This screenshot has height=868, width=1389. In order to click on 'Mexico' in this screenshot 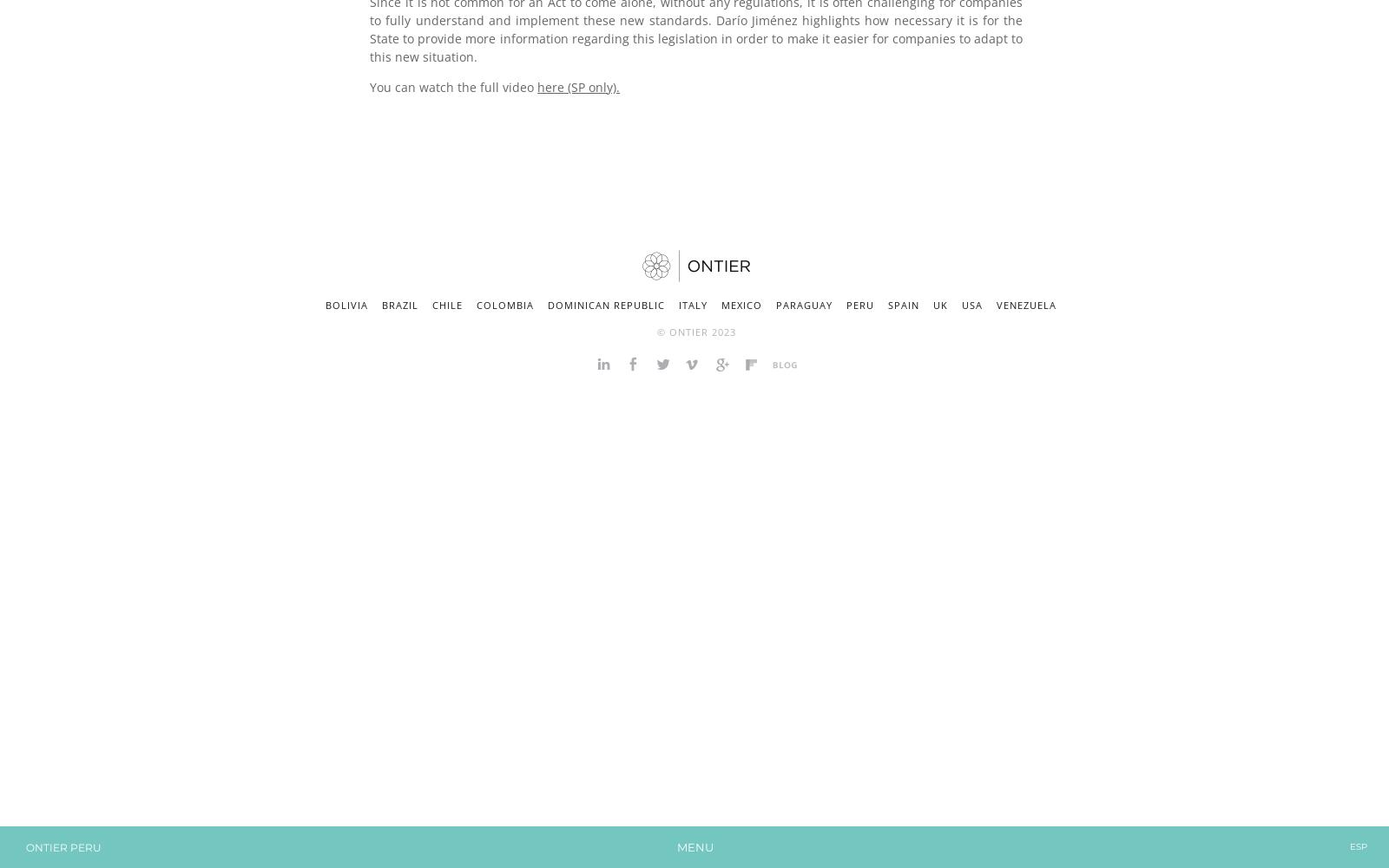, I will do `click(741, 304)`.